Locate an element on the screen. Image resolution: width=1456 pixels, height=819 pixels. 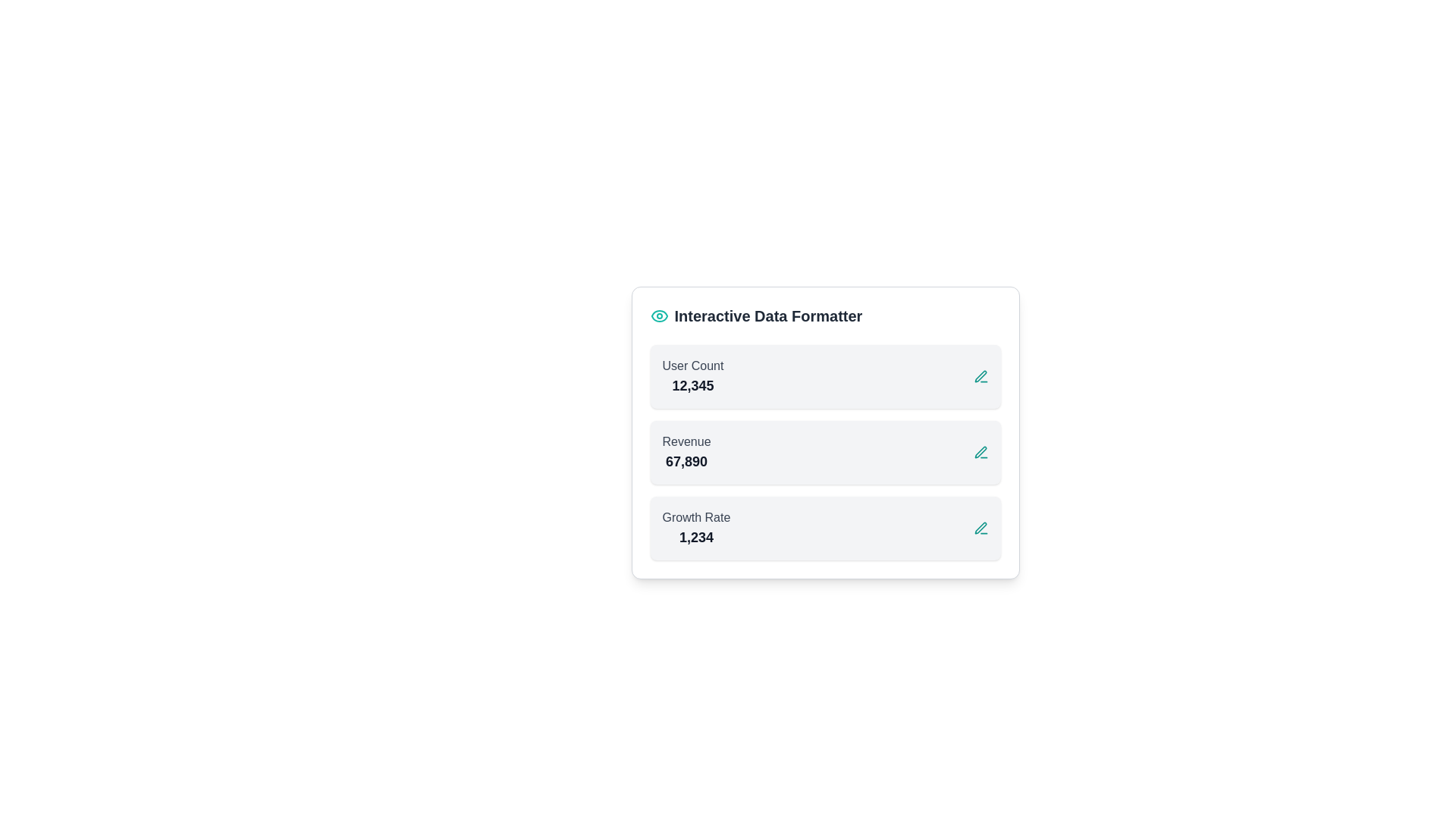
the 'Growth Rate' text label, which is located in the 'Interactive Data Formatter' panel, specifically in the third row below the 'Revenue' row is located at coordinates (695, 516).